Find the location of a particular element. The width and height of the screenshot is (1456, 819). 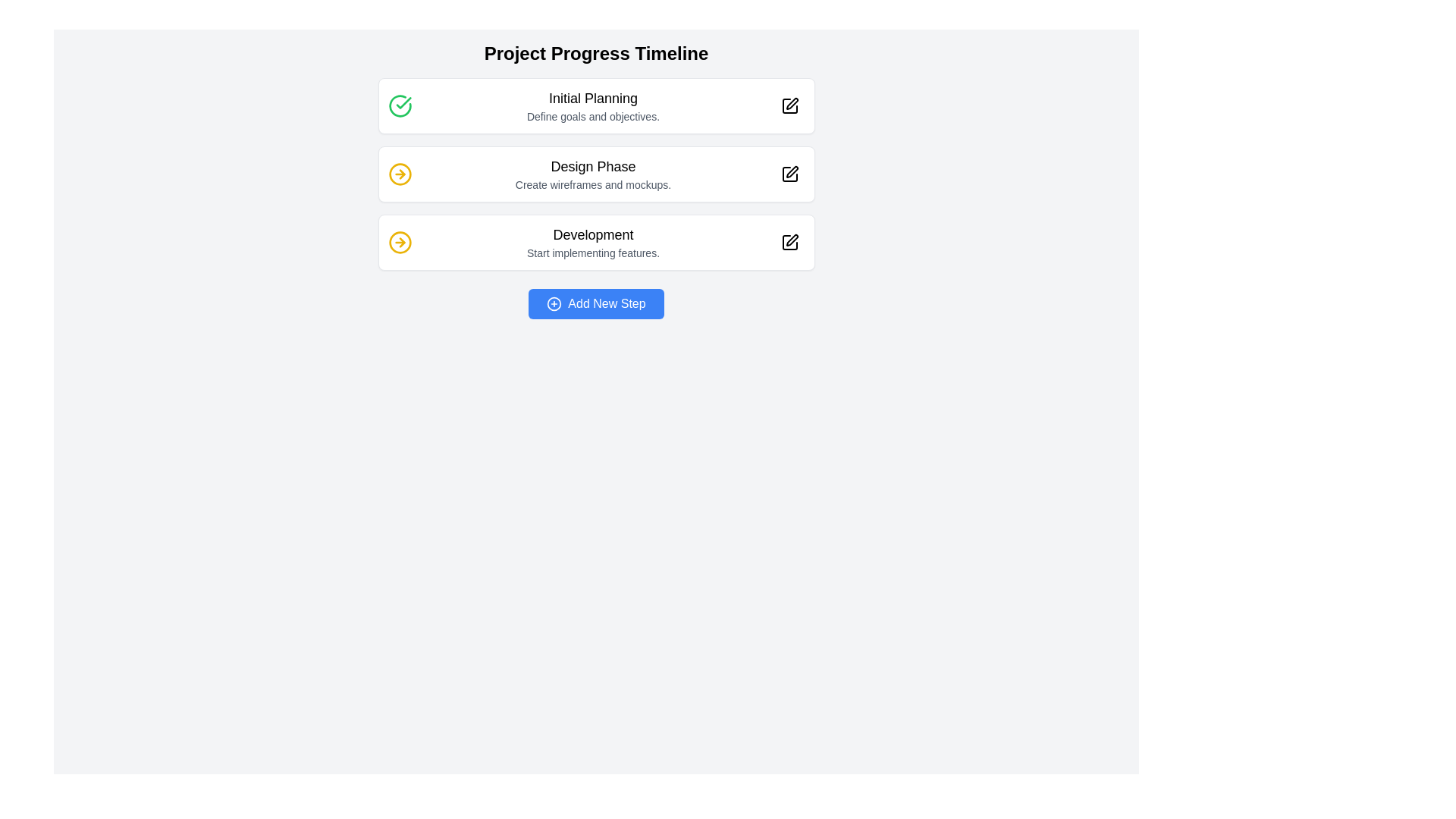

the circular icon with a yellow border and a right-pointing arrow, located at the leftmost side of the 'Development' section, adjacent to the text 'Development' is located at coordinates (400, 242).